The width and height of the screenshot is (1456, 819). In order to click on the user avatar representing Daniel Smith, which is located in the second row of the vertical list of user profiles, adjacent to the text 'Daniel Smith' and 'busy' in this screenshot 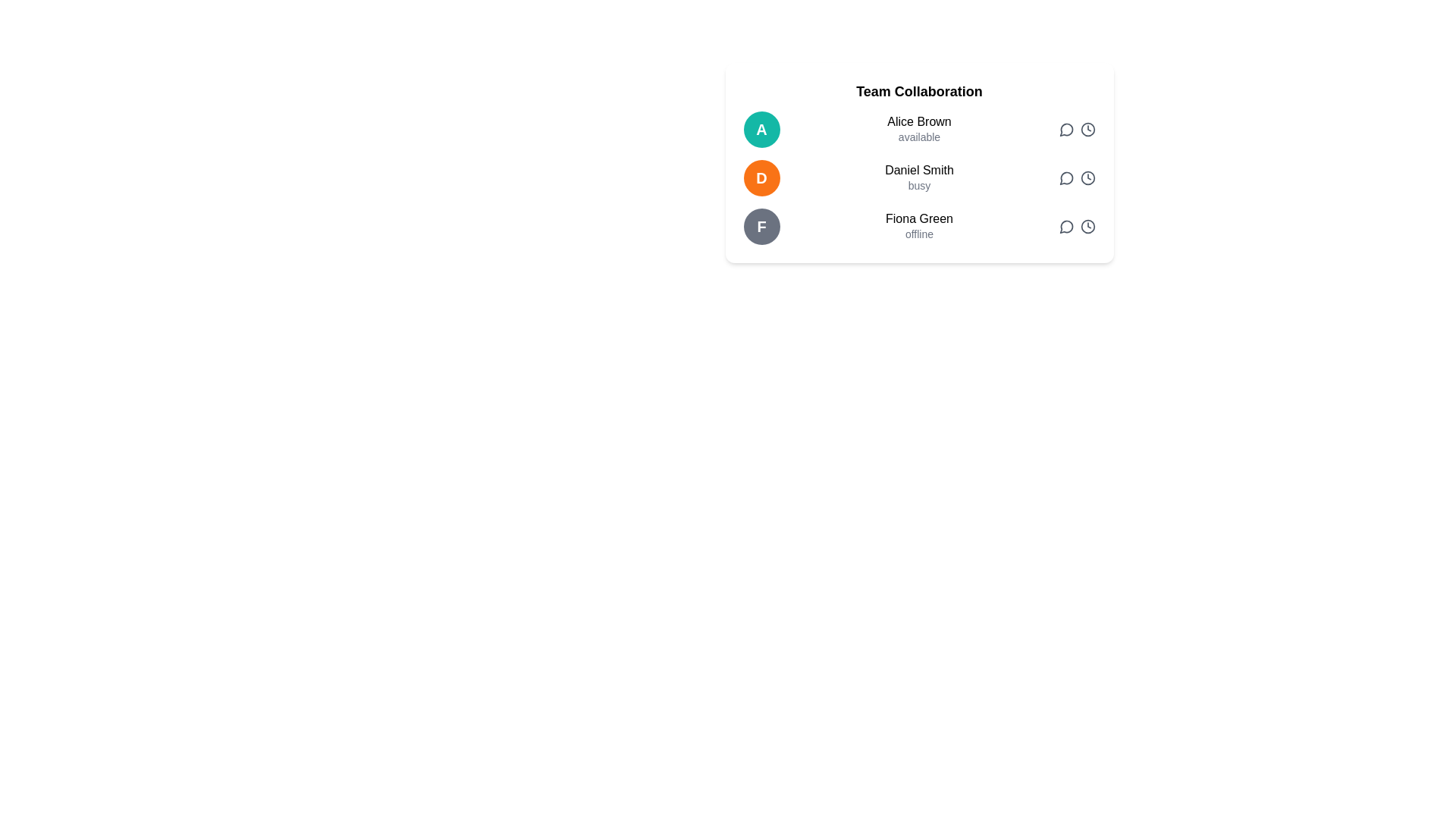, I will do `click(761, 177)`.